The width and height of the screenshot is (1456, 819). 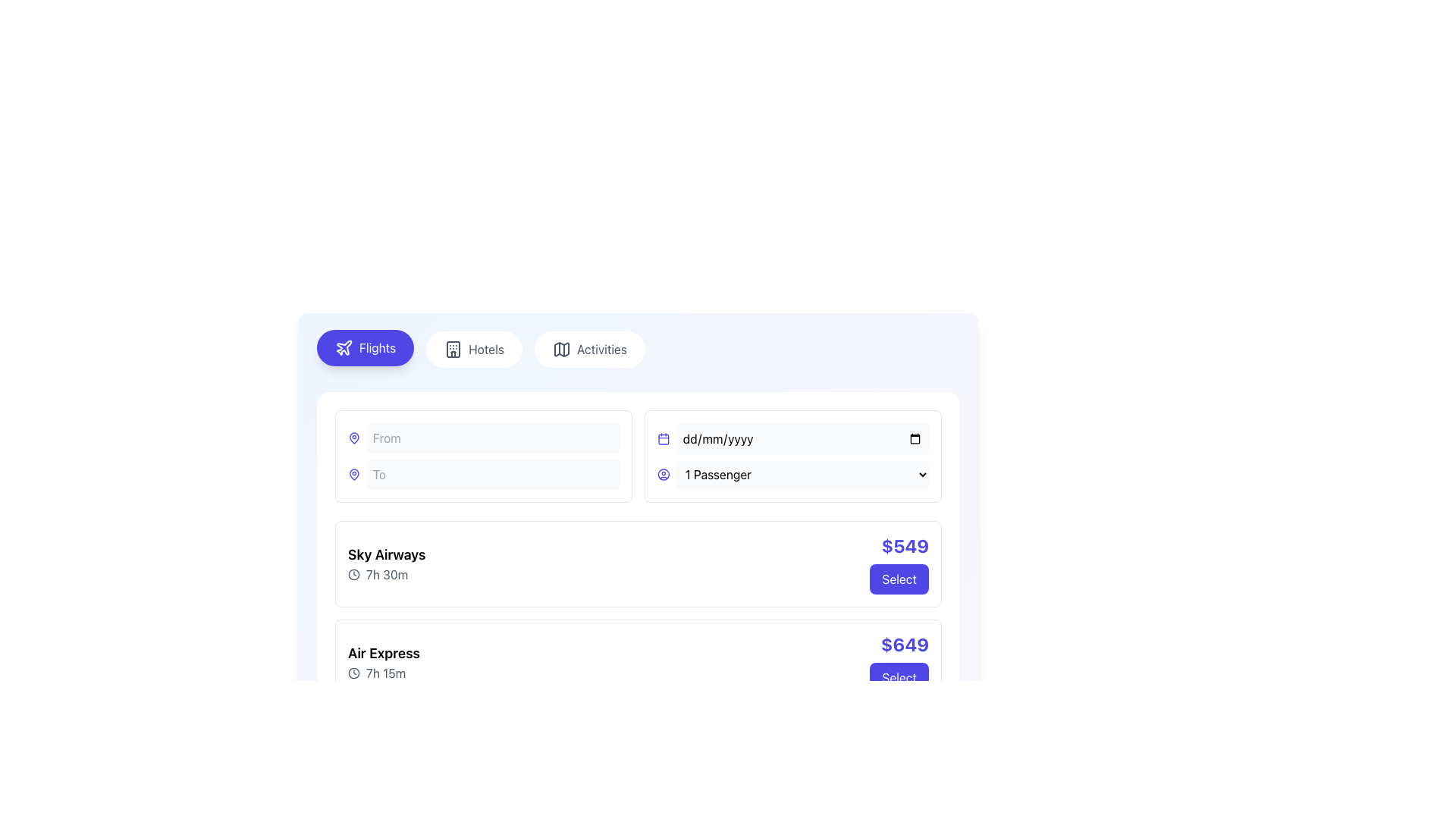 I want to click on text label indicating the cost associated with the flight option, which is located in the top-right corner of the selection card above the 'Select' button, so click(x=899, y=546).